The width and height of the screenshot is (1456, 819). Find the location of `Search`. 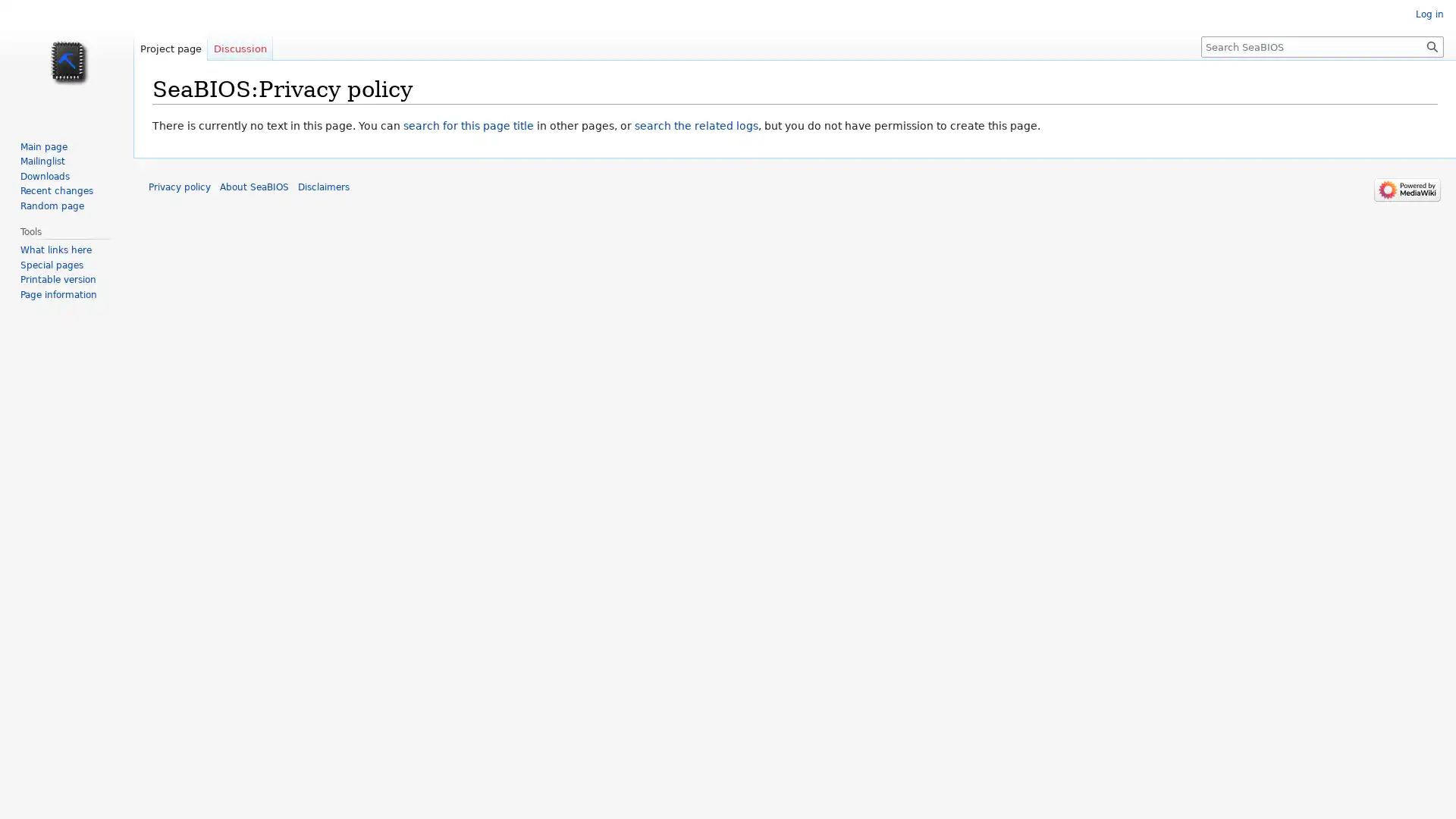

Search is located at coordinates (1432, 45).